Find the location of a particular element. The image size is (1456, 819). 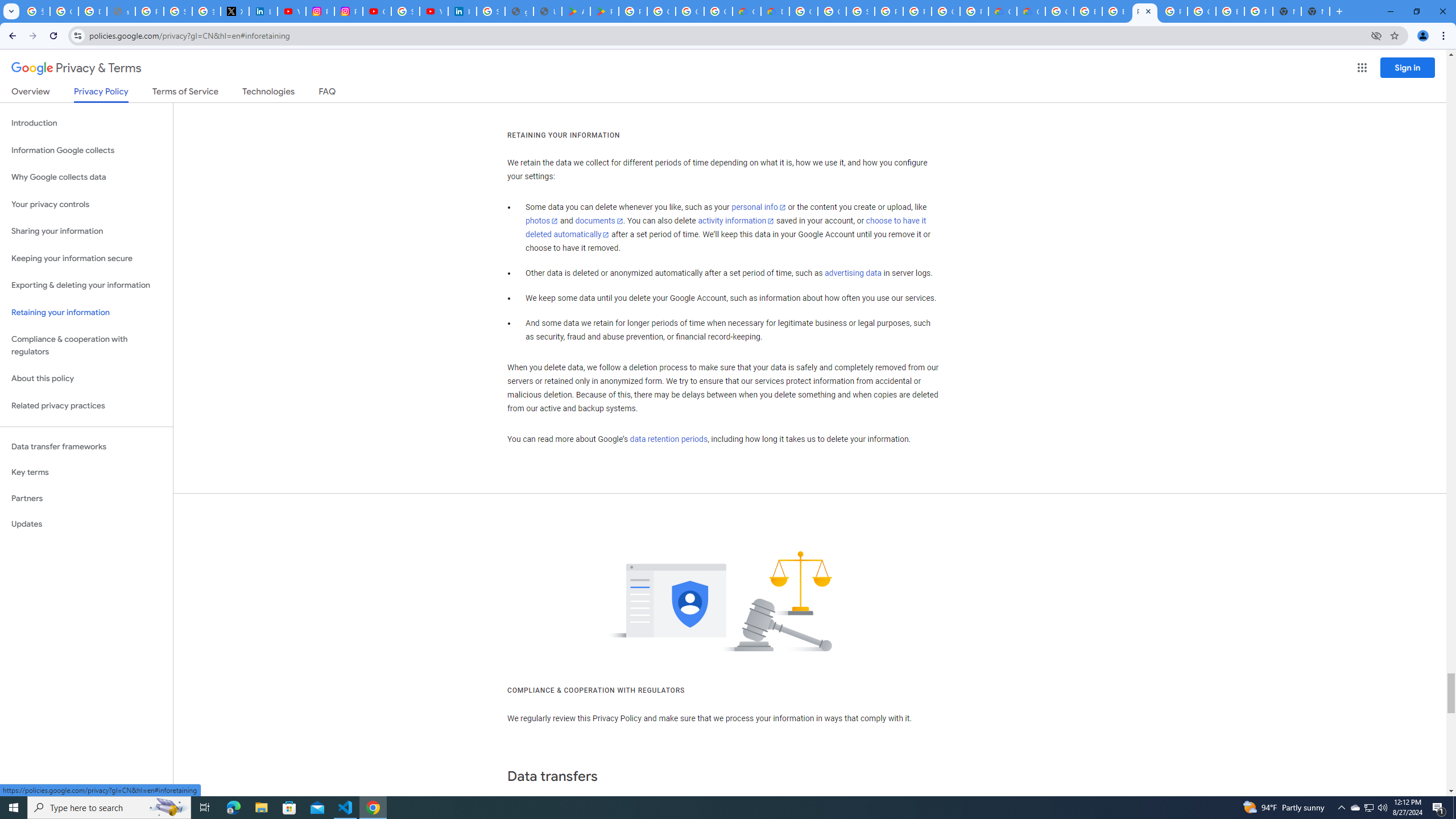

'photos' is located at coordinates (542, 220).